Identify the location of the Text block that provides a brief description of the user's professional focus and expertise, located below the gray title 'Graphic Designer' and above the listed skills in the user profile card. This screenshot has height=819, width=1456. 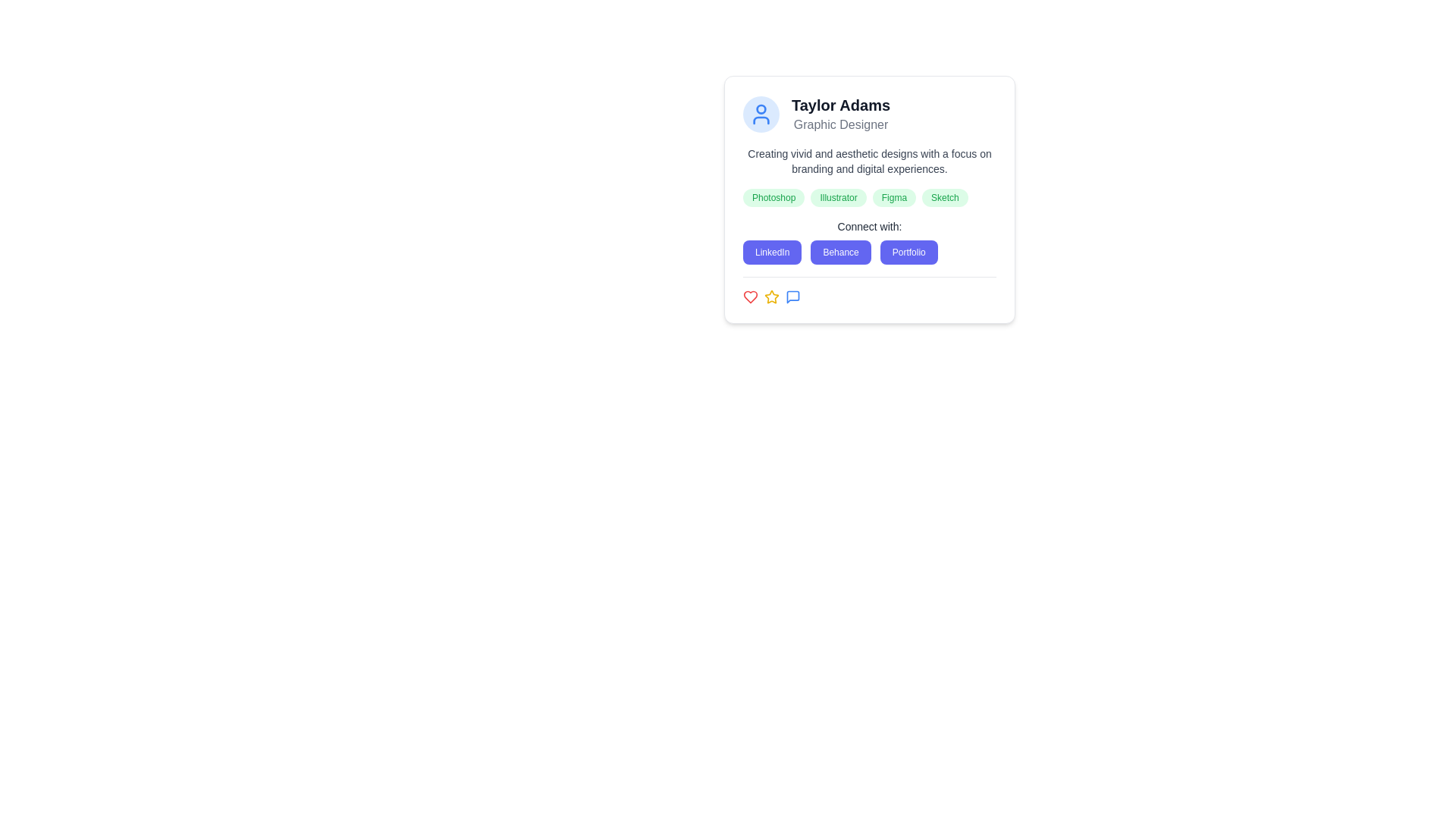
(870, 161).